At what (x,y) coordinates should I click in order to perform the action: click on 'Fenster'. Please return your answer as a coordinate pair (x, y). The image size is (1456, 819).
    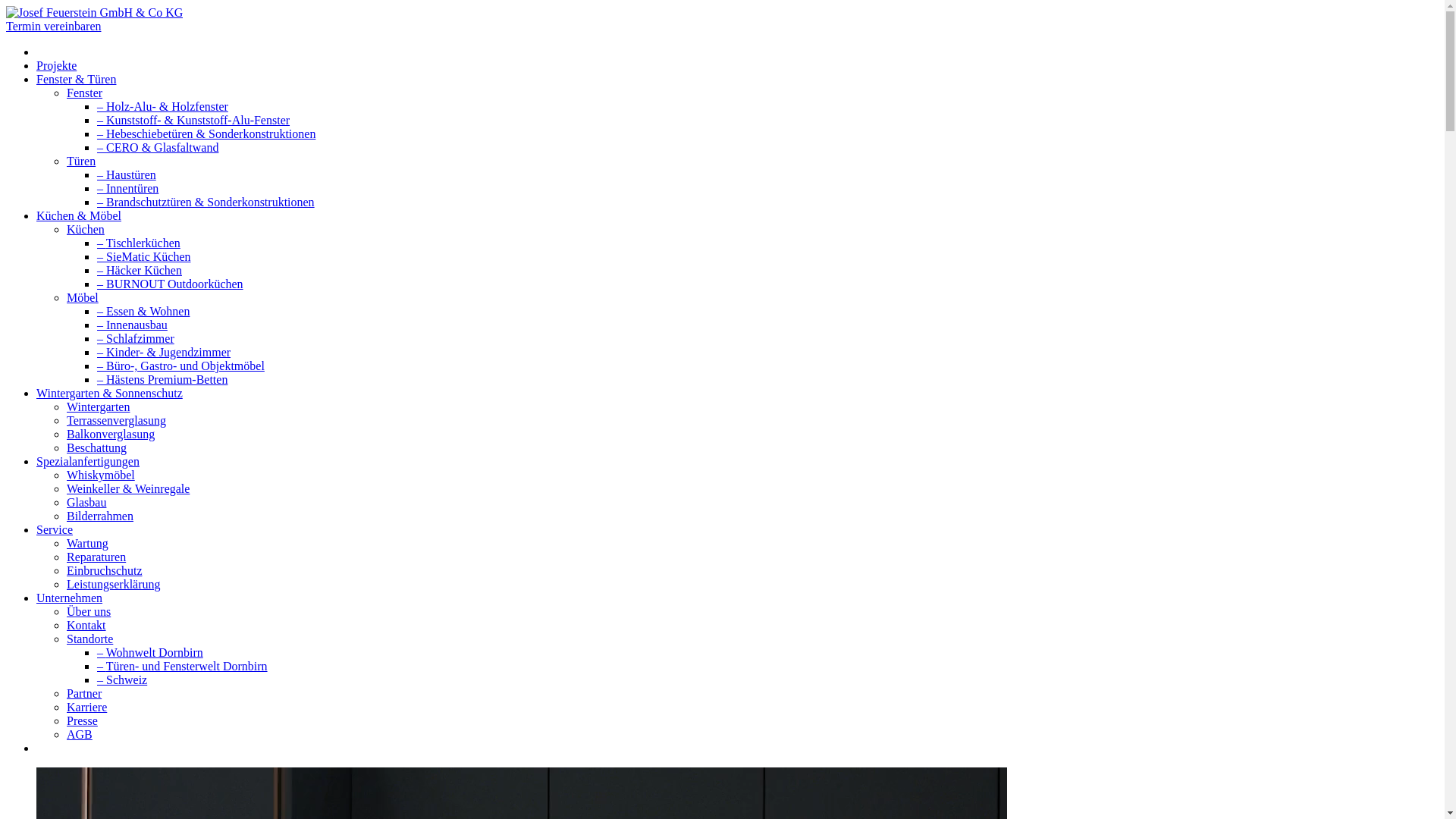
    Looking at the image, I should click on (83, 93).